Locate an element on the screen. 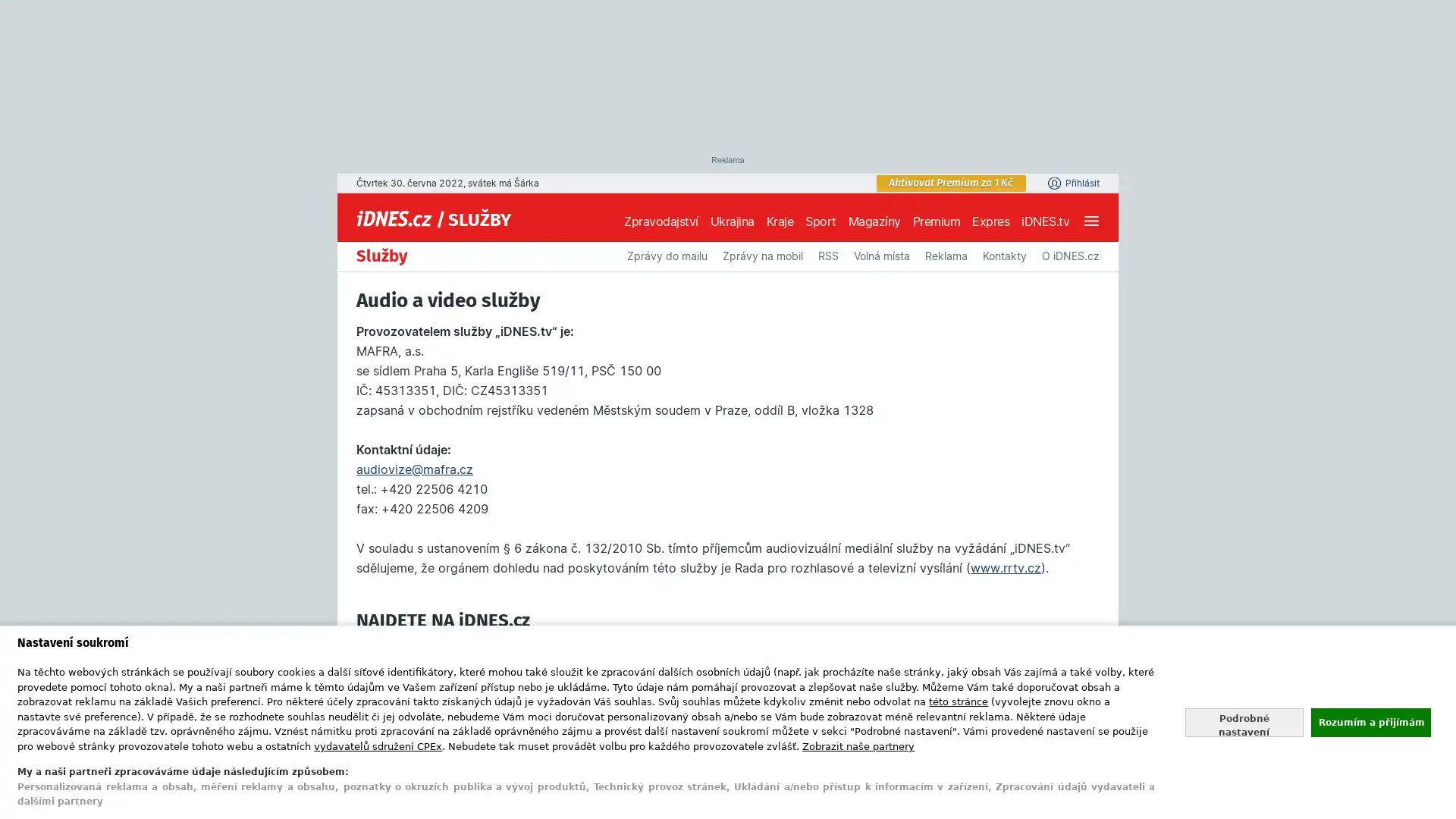  Nastavte sve souhlasy is located at coordinates (1244, 721).